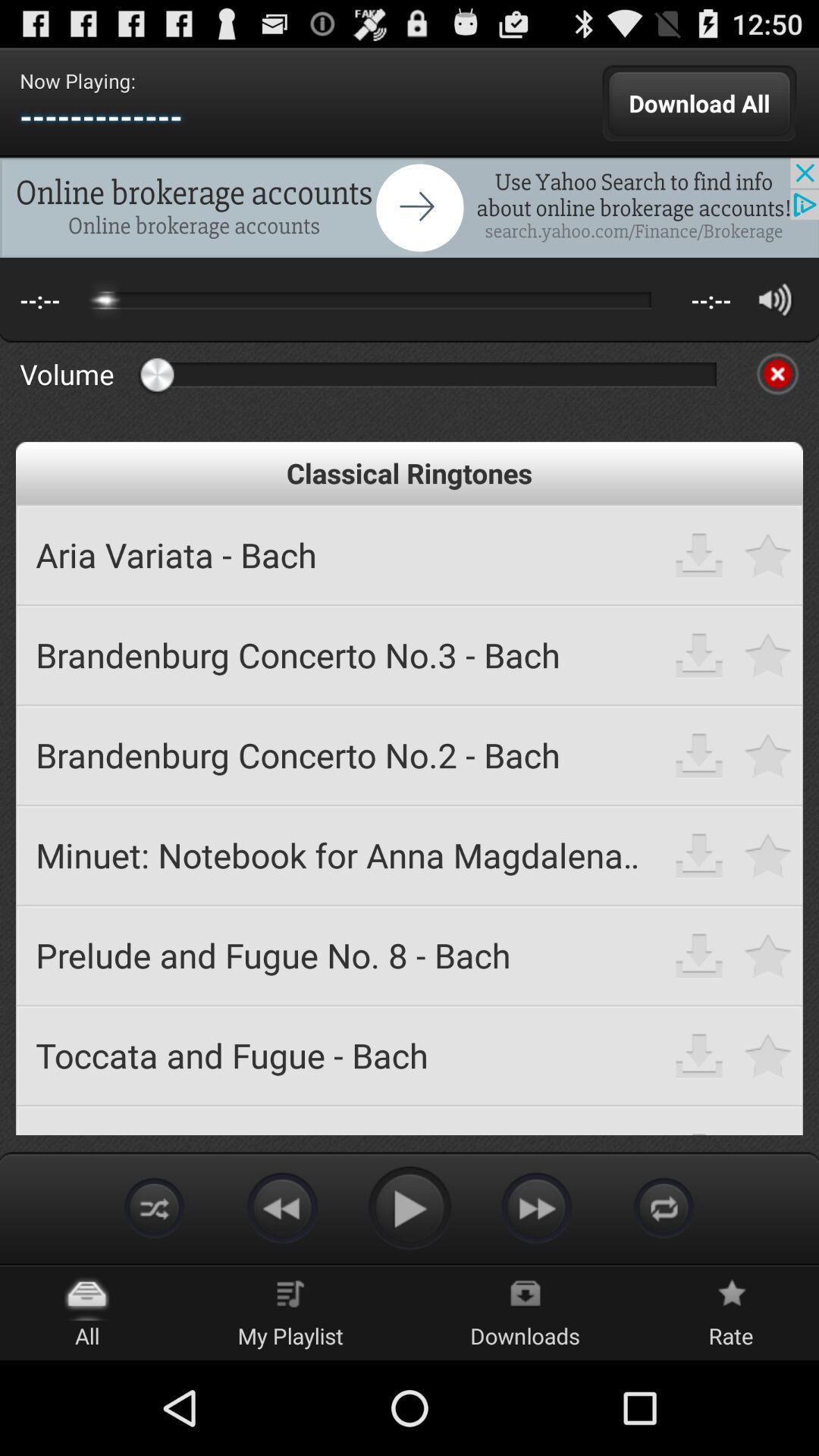  I want to click on download song, so click(699, 1054).